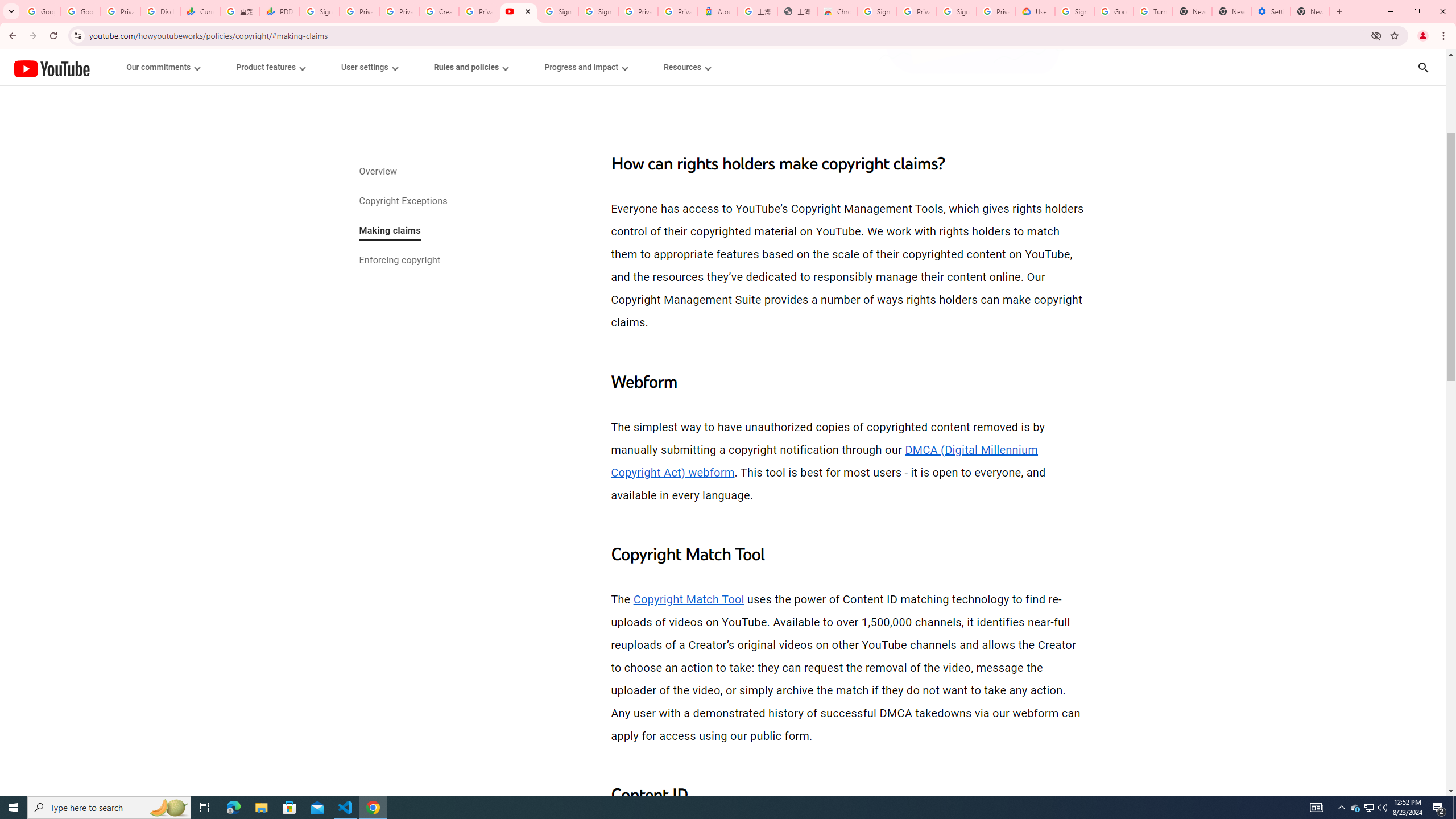 The height and width of the screenshot is (819, 1456). I want to click on 'YouTube Copyright Rules & Policies - How YouTube Works', so click(518, 11).